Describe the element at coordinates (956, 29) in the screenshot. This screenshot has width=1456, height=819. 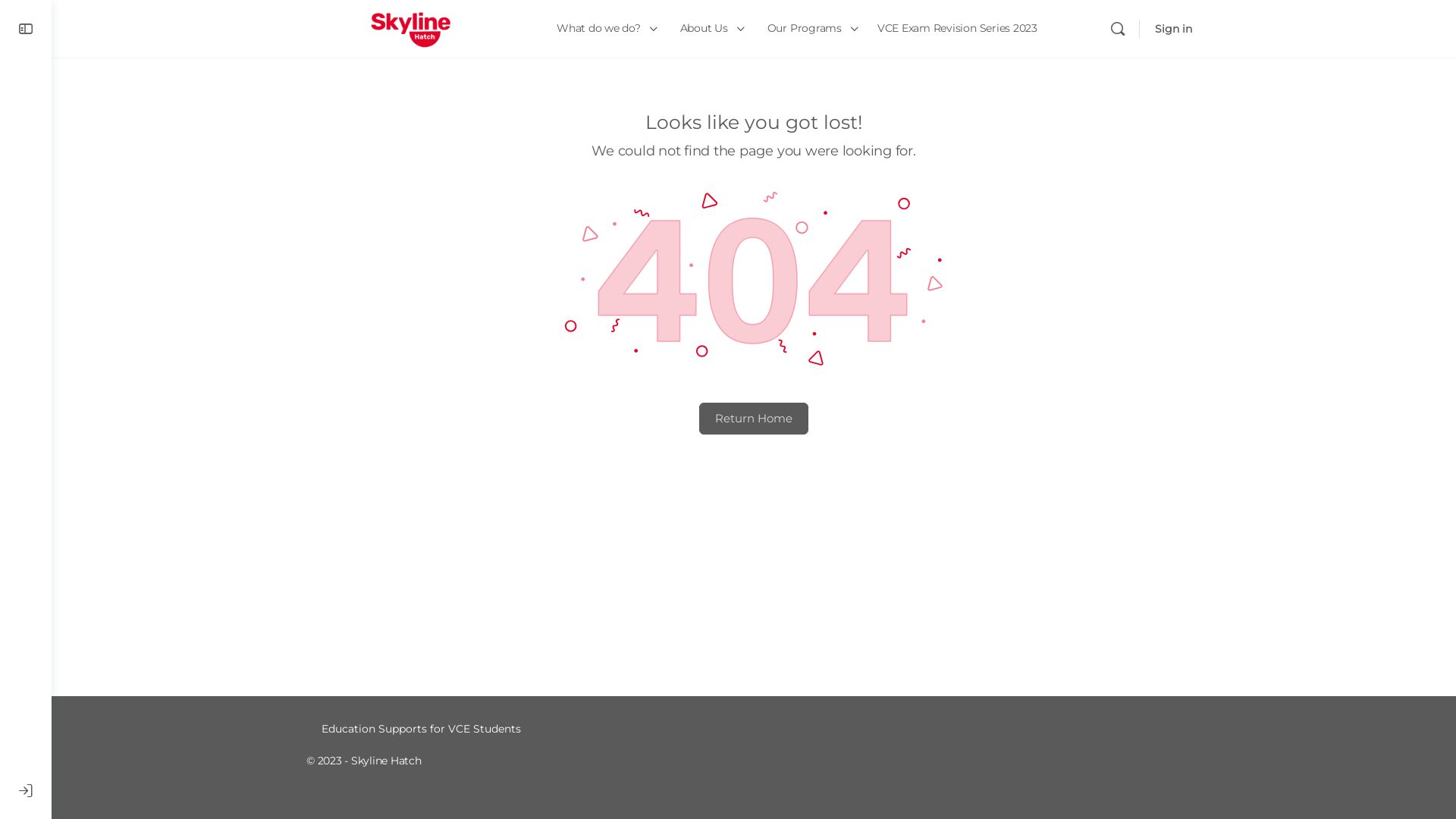
I see `'VCE Exam Revision Series 2023'` at that location.